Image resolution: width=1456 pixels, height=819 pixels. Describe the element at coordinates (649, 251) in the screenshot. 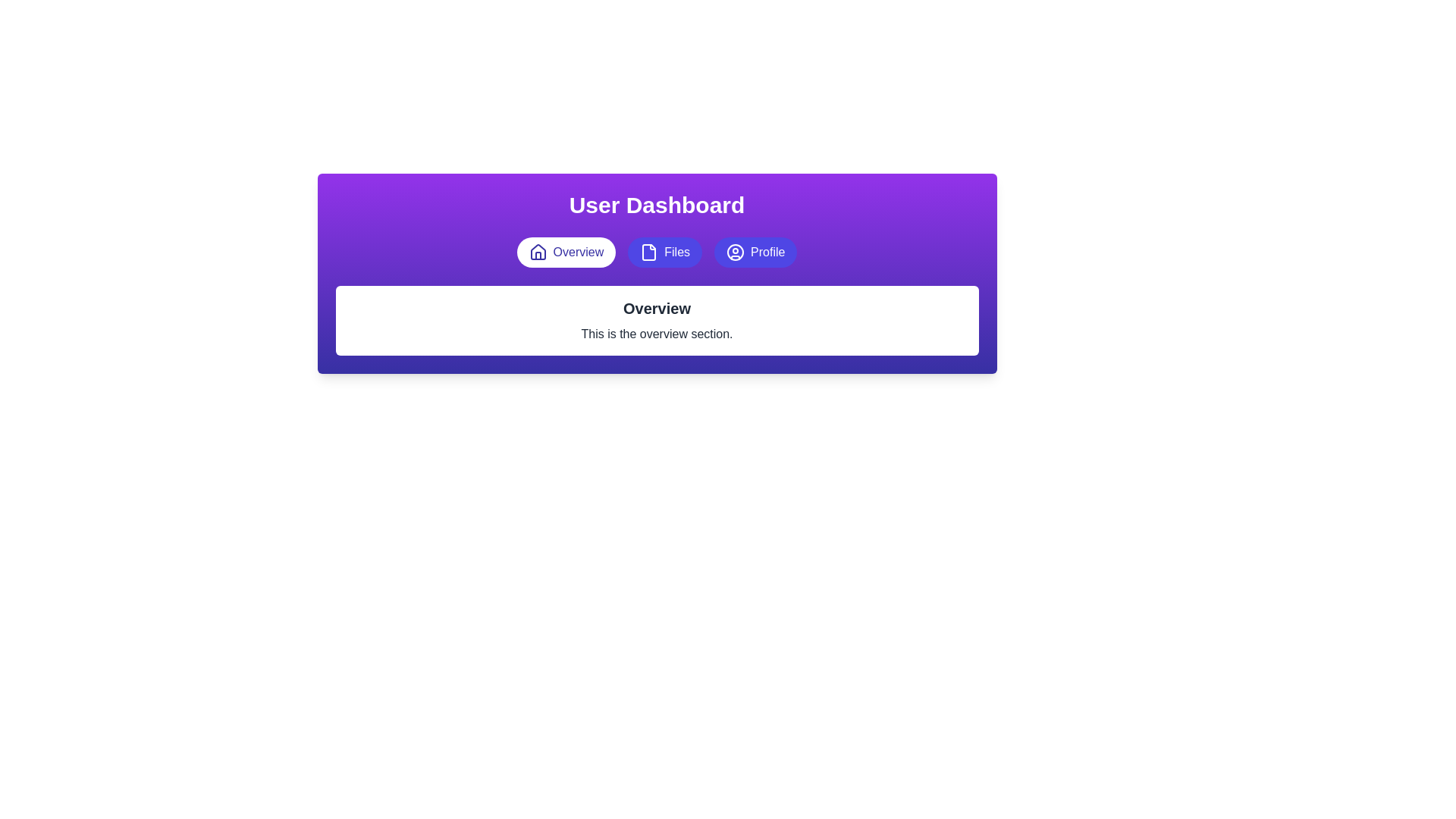

I see `the 'Files' section icon located in the navigation menu, which is positioned directly to the left of the 'Files' text label` at that location.